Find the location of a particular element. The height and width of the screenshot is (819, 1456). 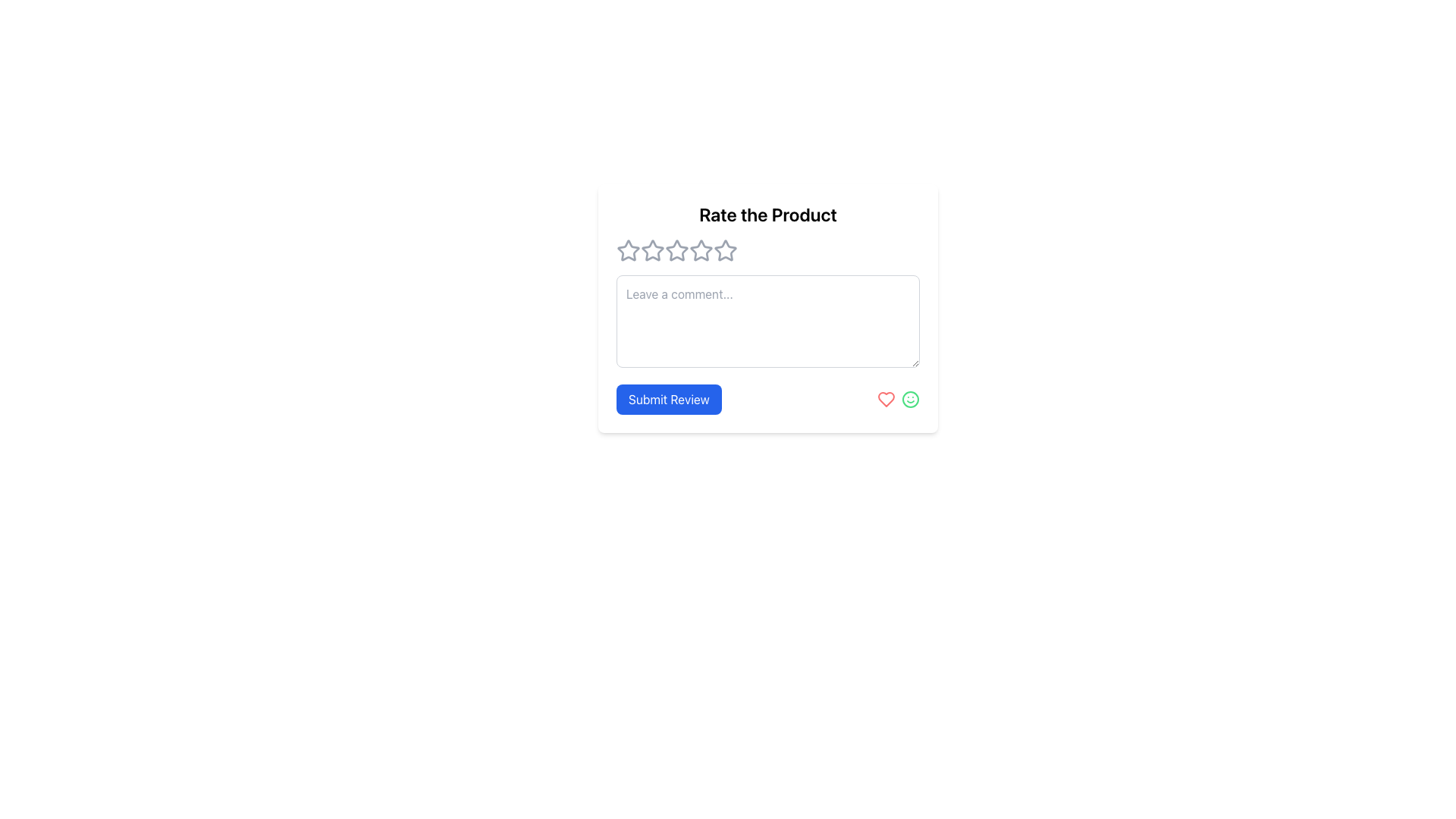

the second star icon used for rating to set the rating to 2 is located at coordinates (676, 249).